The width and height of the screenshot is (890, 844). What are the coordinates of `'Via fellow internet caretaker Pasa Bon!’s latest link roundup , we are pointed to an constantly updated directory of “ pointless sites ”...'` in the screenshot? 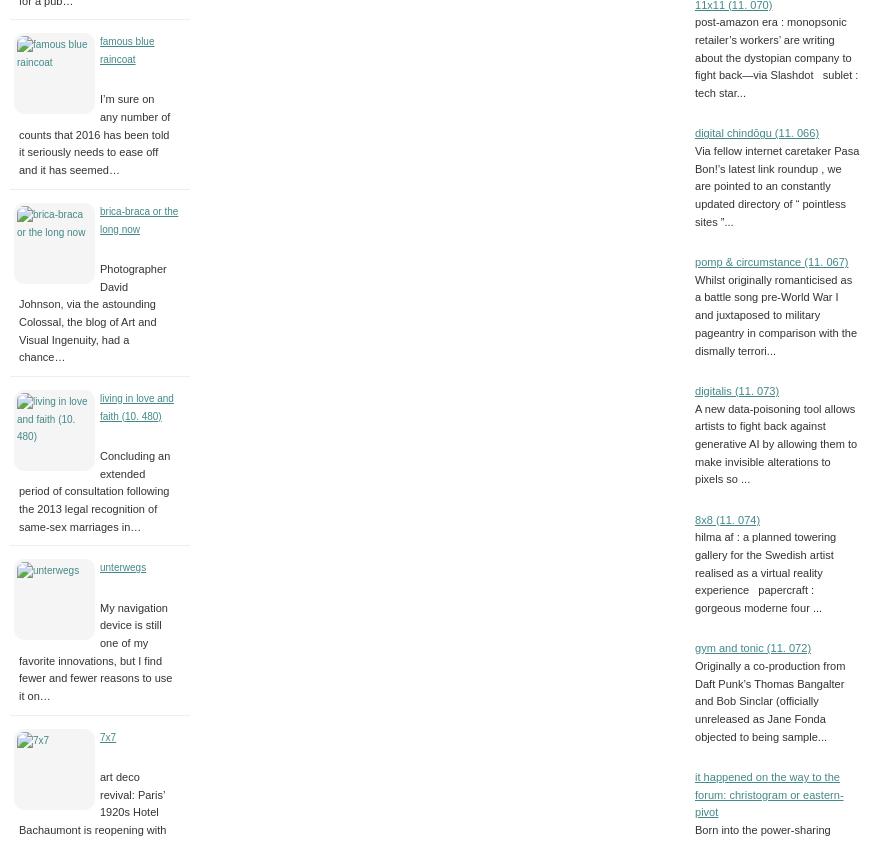 It's located at (776, 186).